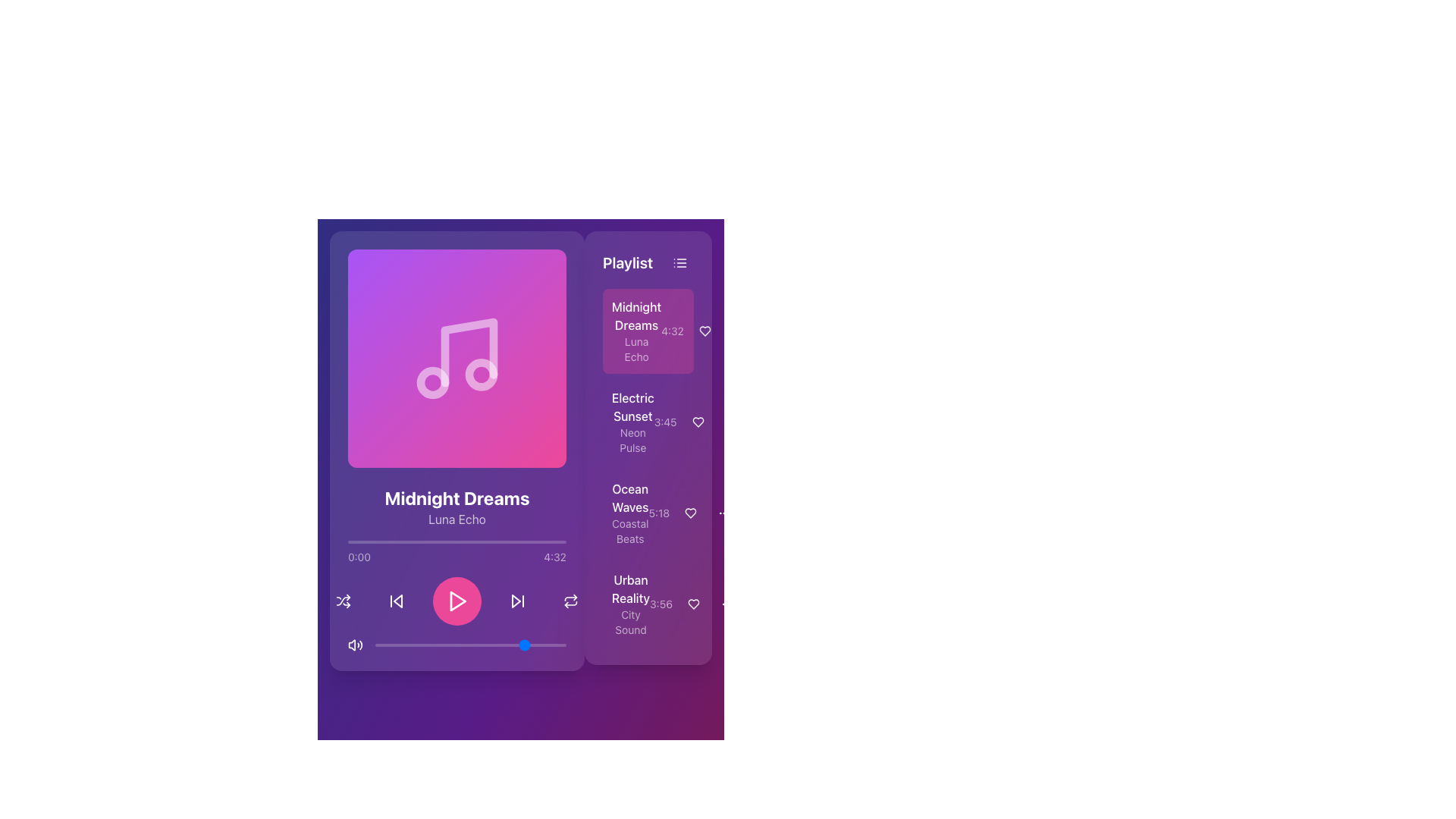  What do you see at coordinates (413, 645) in the screenshot?
I see `the slider` at bounding box center [413, 645].